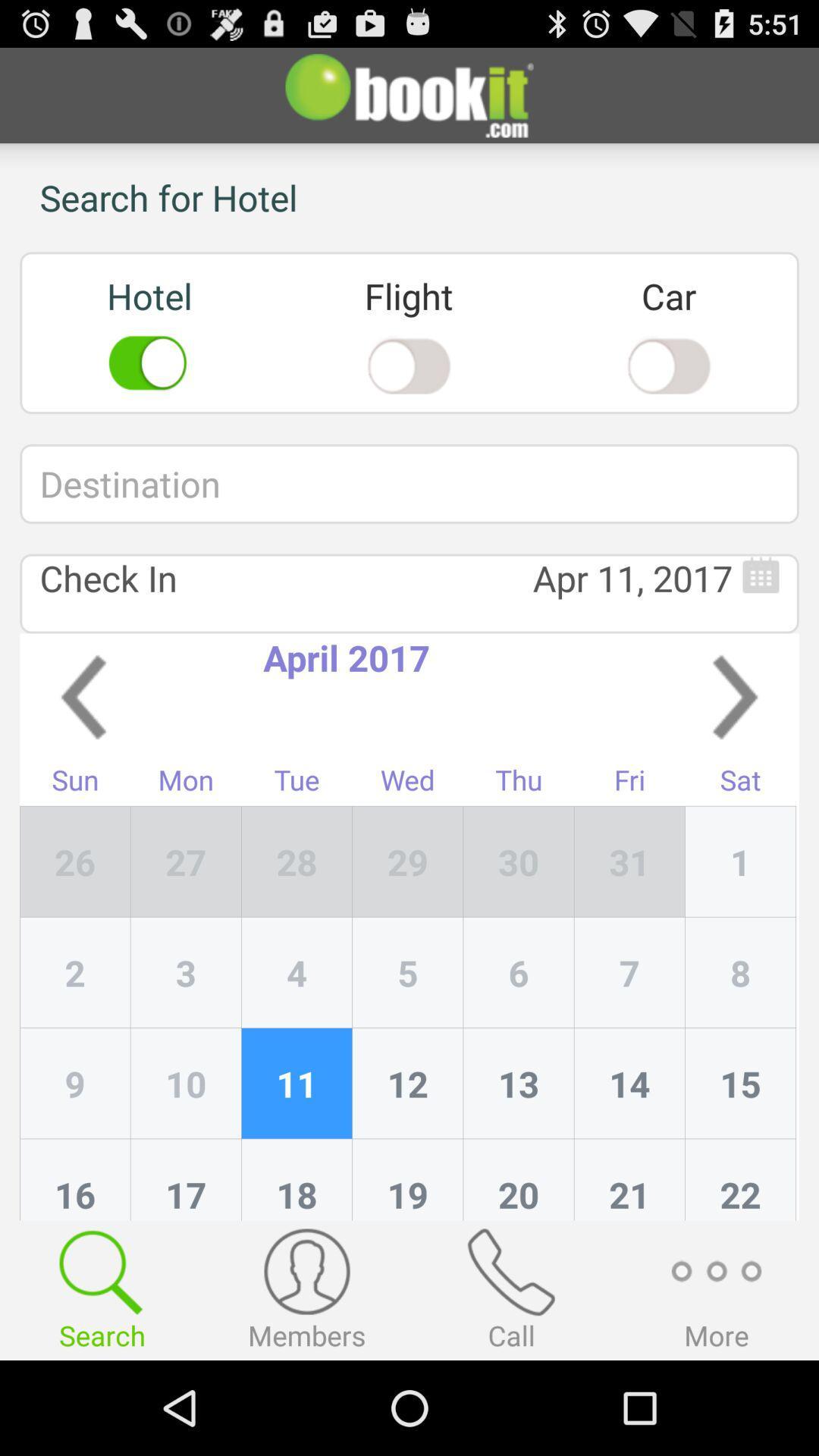 The width and height of the screenshot is (819, 1456). What do you see at coordinates (629, 861) in the screenshot?
I see `app next to sat icon` at bounding box center [629, 861].